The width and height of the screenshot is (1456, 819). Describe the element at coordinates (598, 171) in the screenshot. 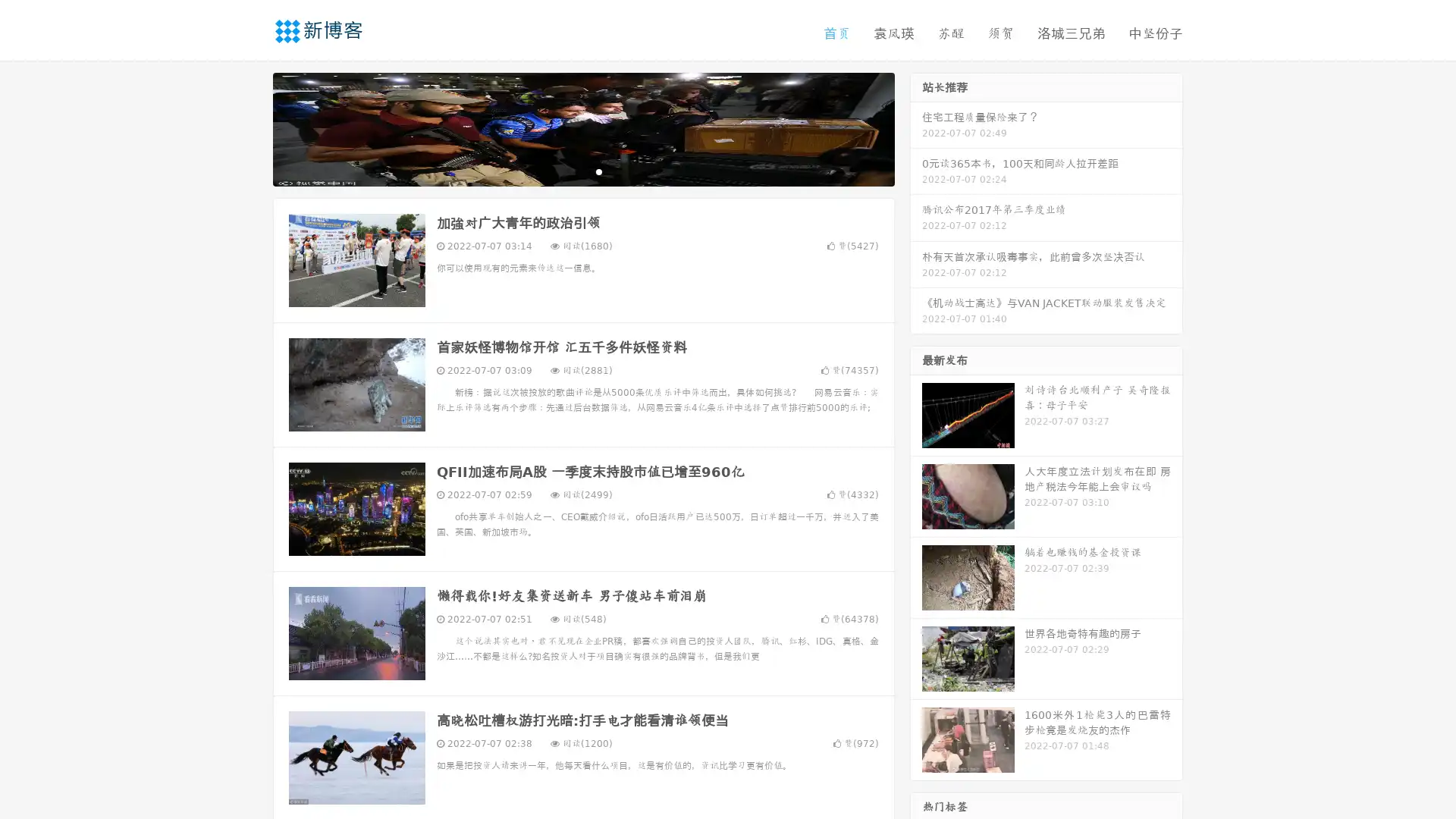

I see `Go to slide 3` at that location.